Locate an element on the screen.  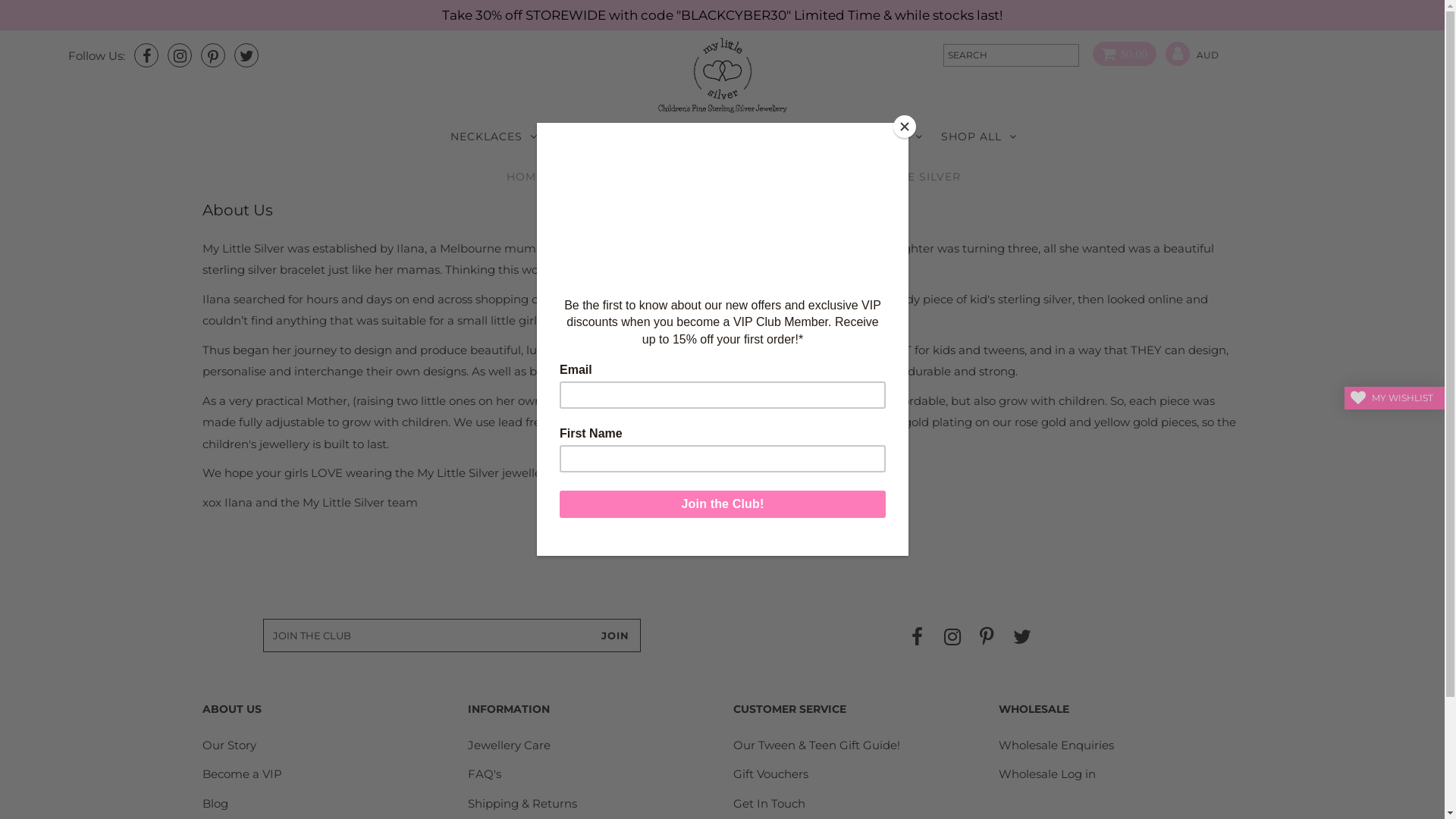
'MY WISHLIST' is located at coordinates (1344, 397).